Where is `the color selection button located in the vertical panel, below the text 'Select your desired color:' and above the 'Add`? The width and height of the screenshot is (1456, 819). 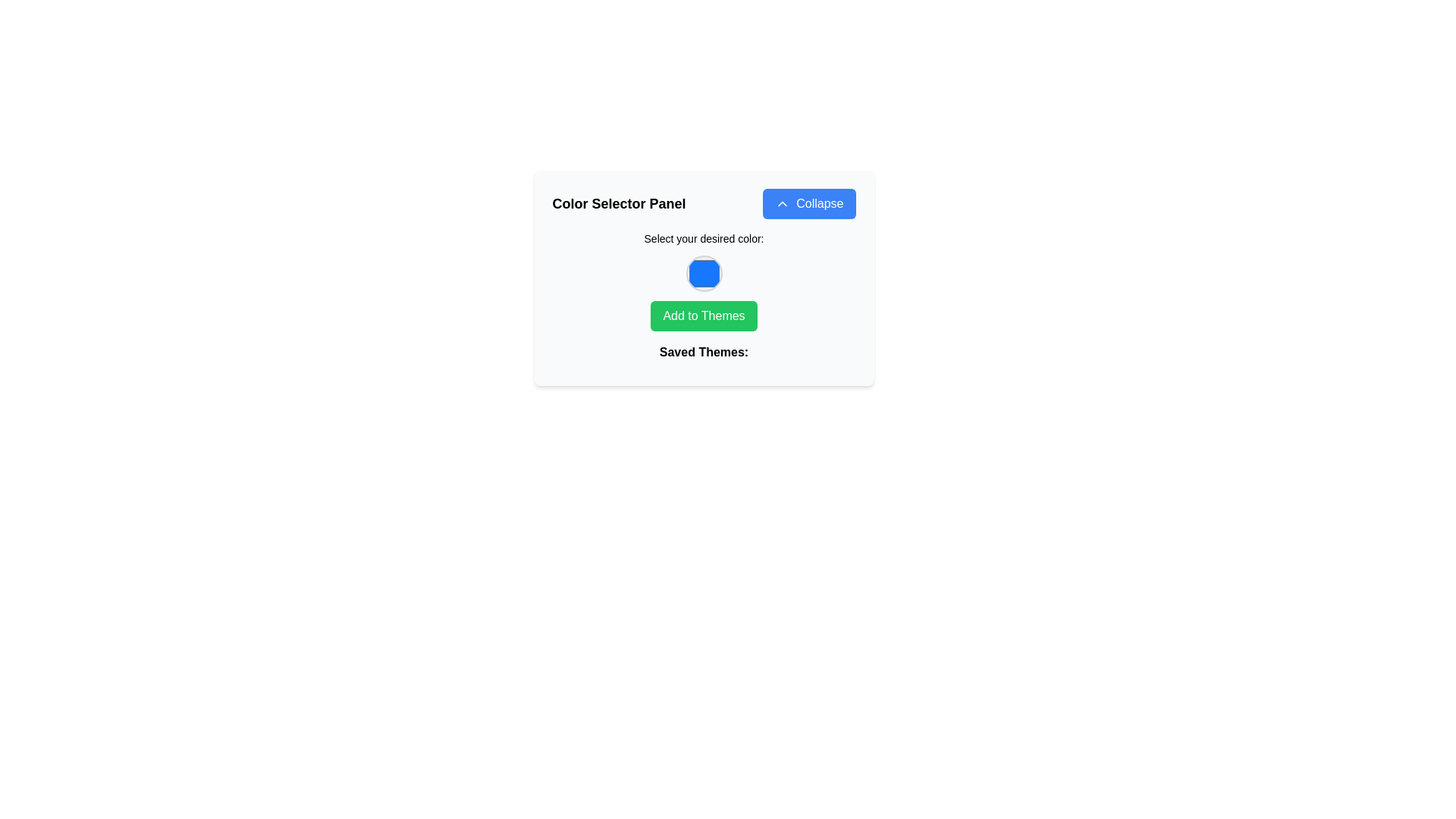 the color selection button located in the vertical panel, below the text 'Select your desired color:' and above the 'Add is located at coordinates (703, 274).